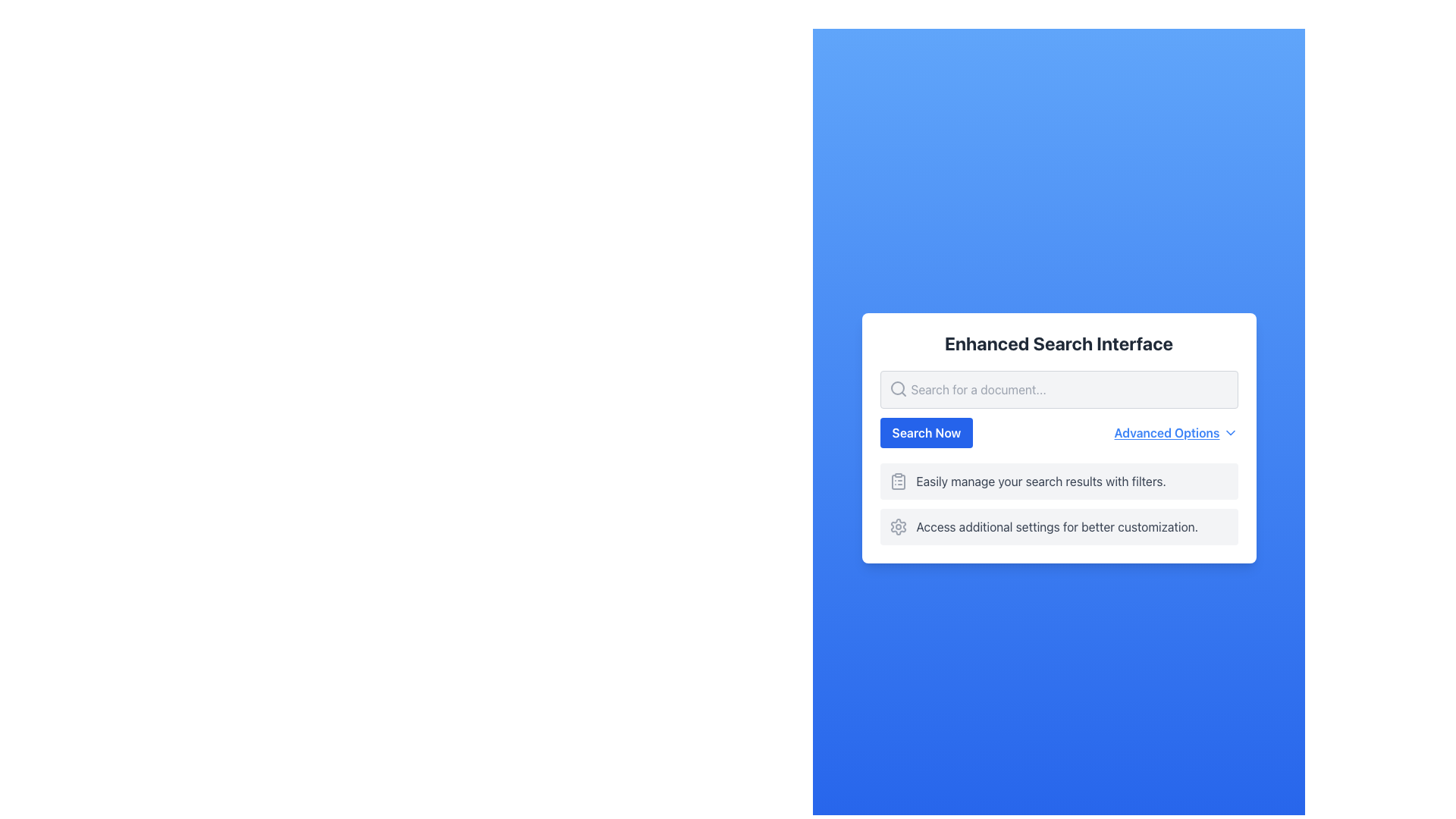  I want to click on the search icon located at the leftmost position of the search bar in the top section of the white card UI, so click(898, 388).